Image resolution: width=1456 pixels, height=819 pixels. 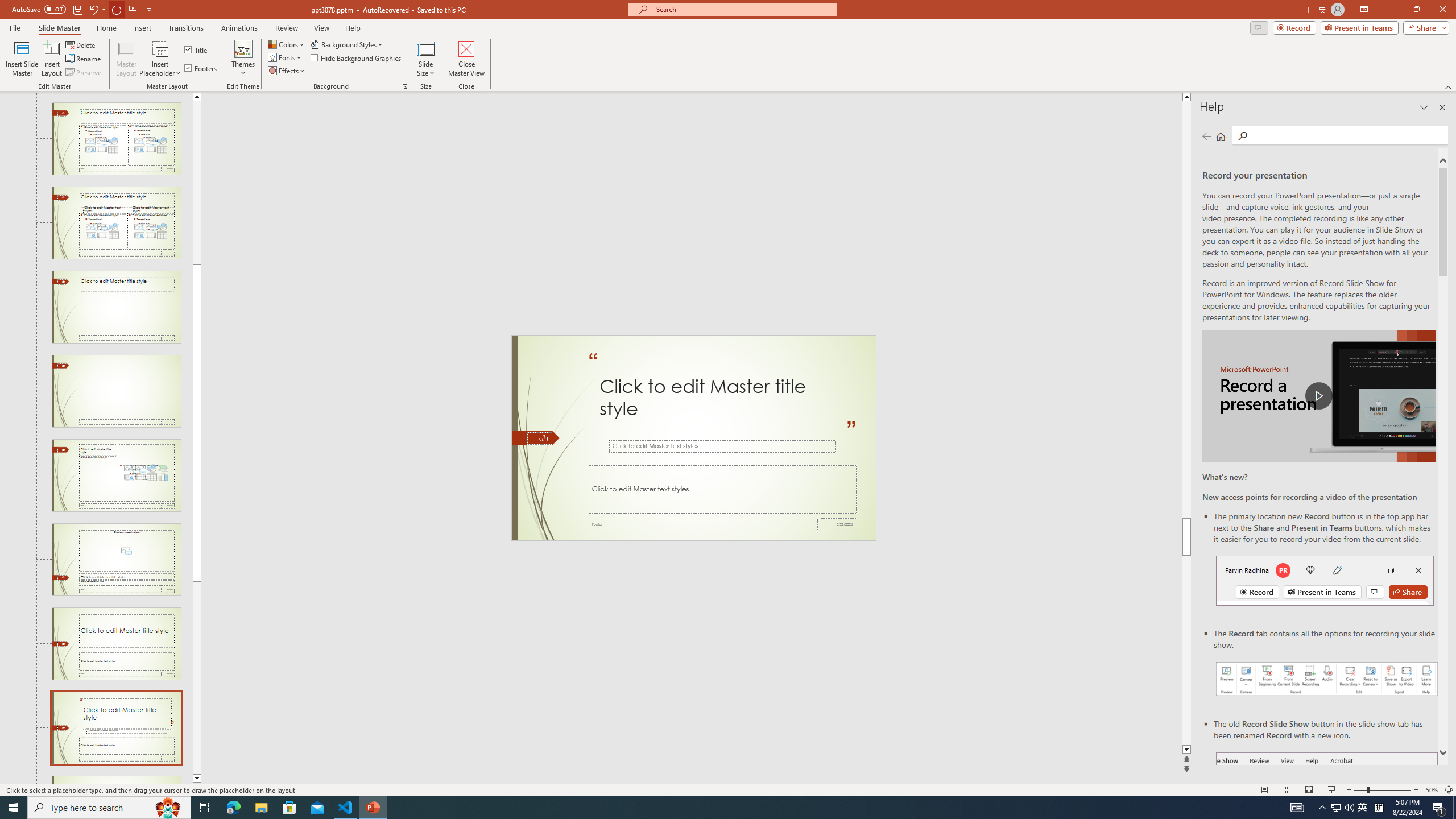 What do you see at coordinates (425, 59) in the screenshot?
I see `'Slide Size'` at bounding box center [425, 59].